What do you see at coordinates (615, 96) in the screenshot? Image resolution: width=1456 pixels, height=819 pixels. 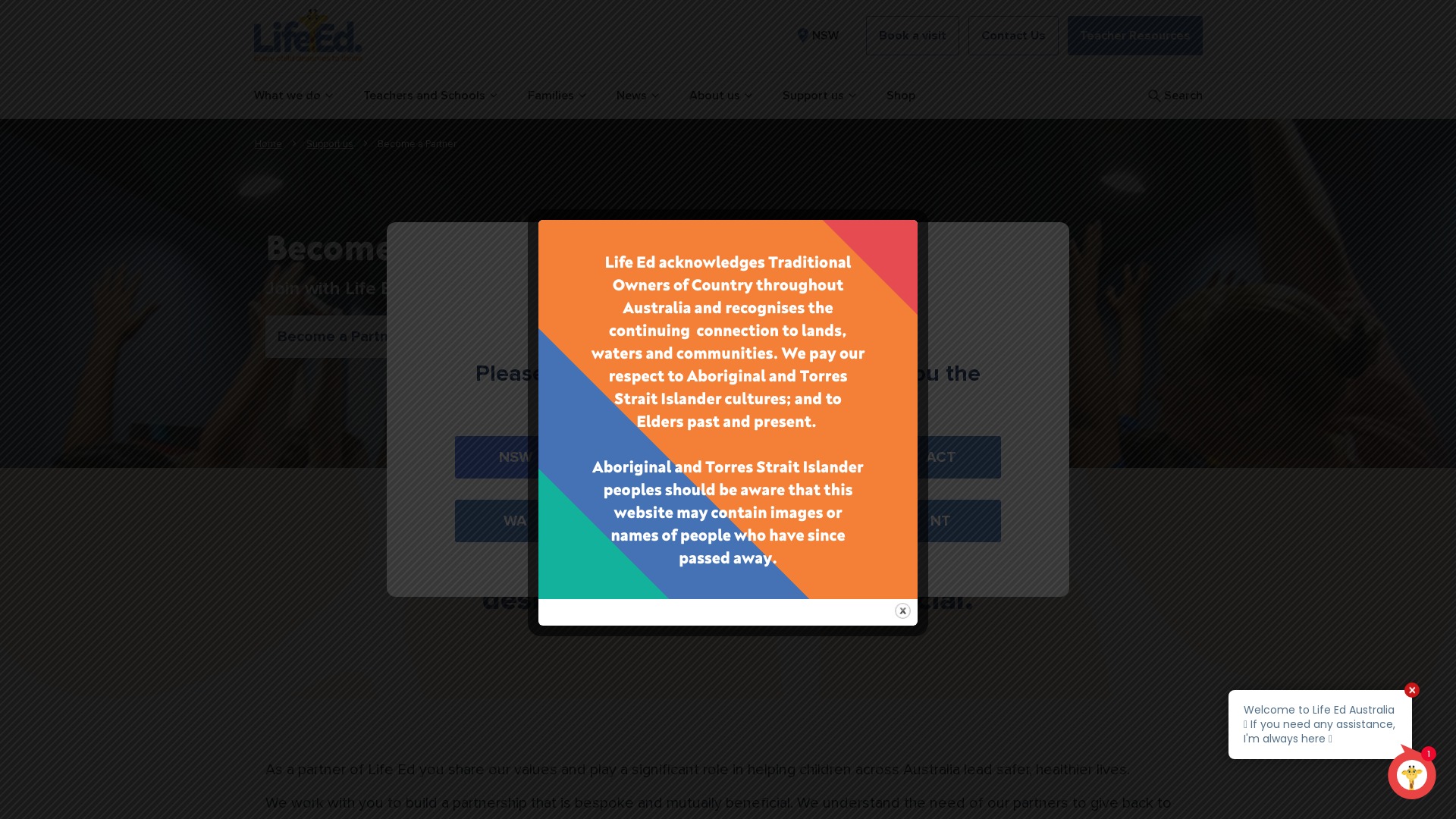 I see `'News'` at bounding box center [615, 96].